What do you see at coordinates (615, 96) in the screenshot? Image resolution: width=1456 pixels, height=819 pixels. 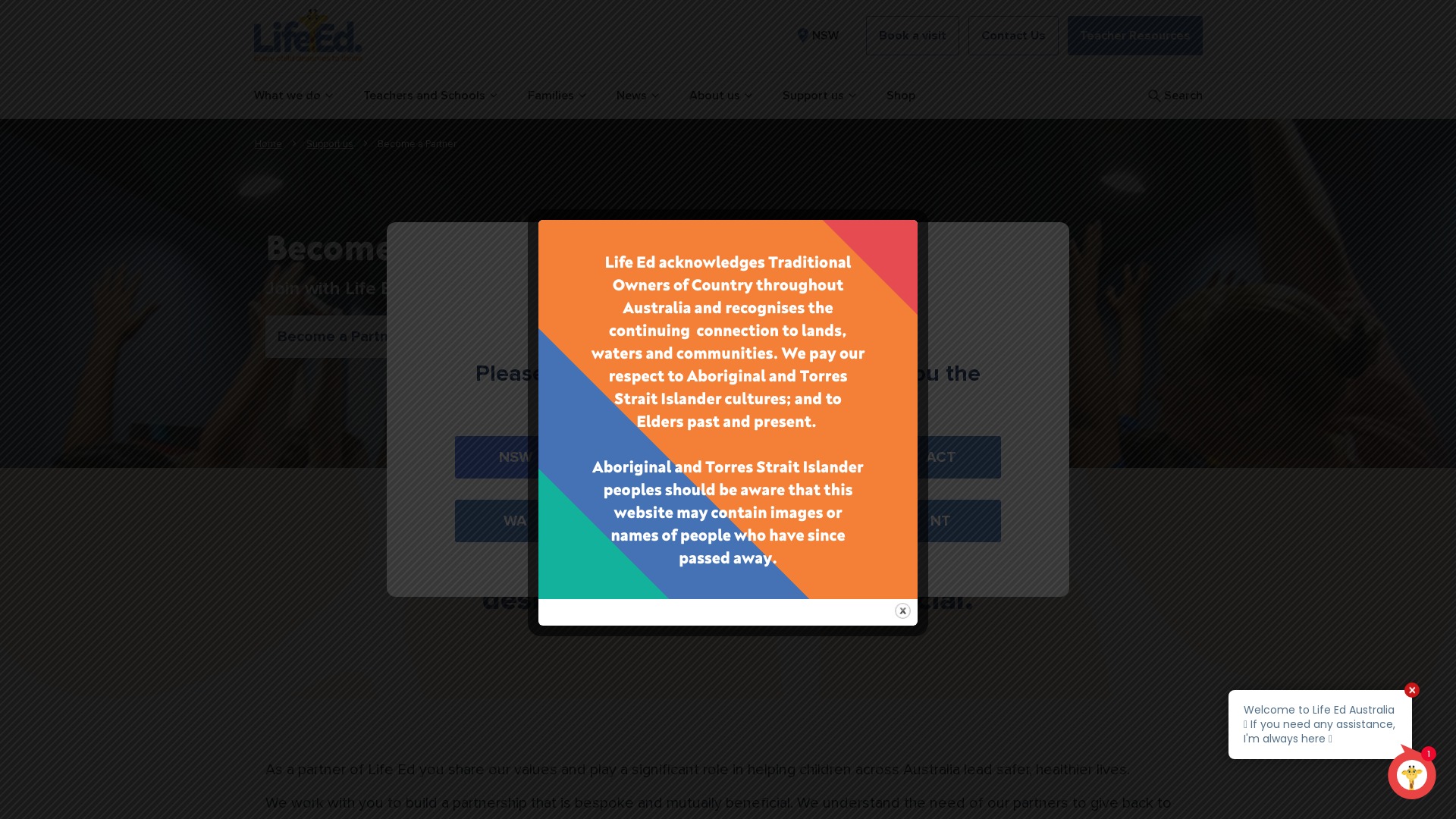 I see `'News'` at bounding box center [615, 96].